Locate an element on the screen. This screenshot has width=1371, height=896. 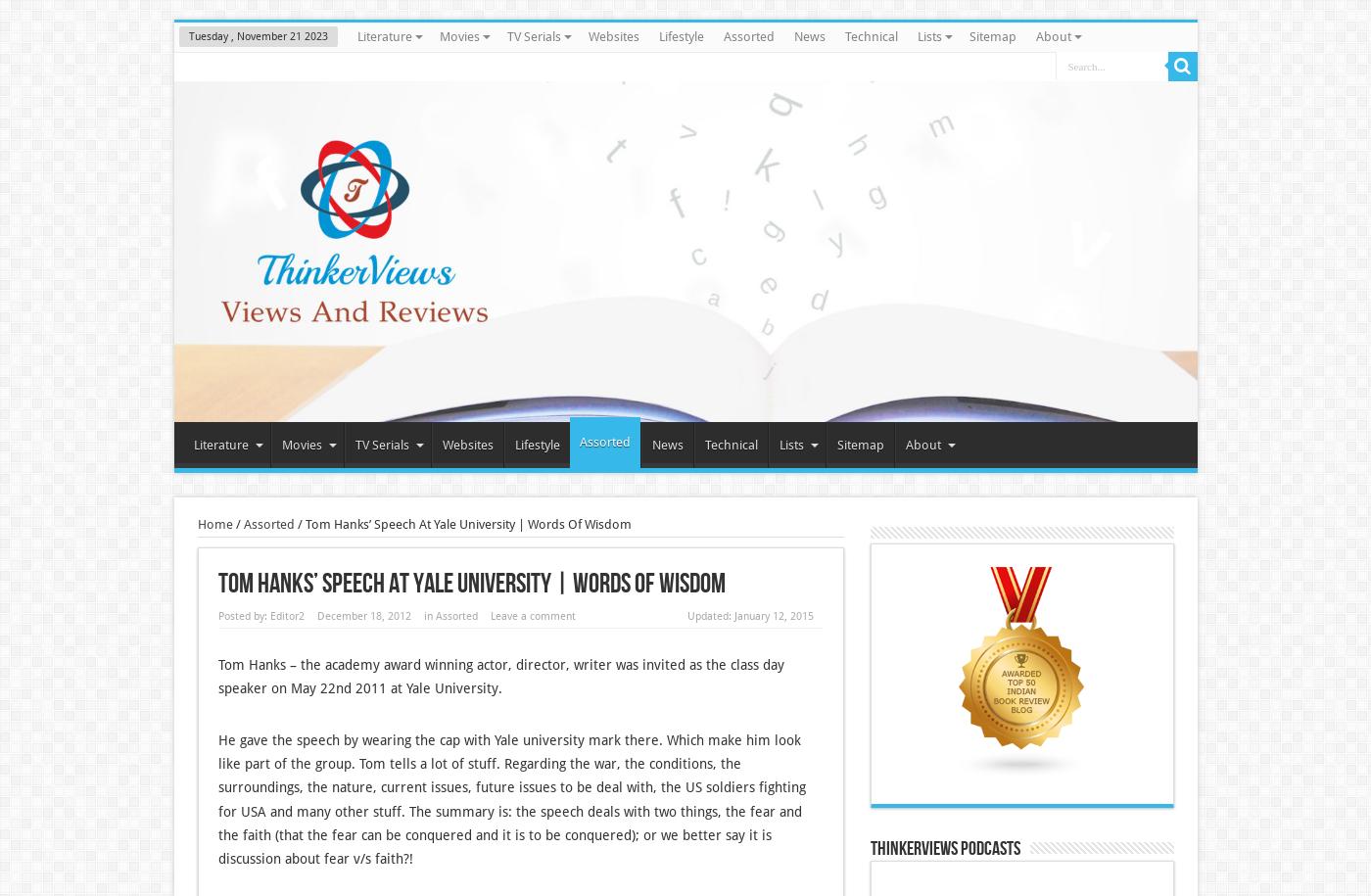
'Updated: January 12, 2015' is located at coordinates (748, 616).